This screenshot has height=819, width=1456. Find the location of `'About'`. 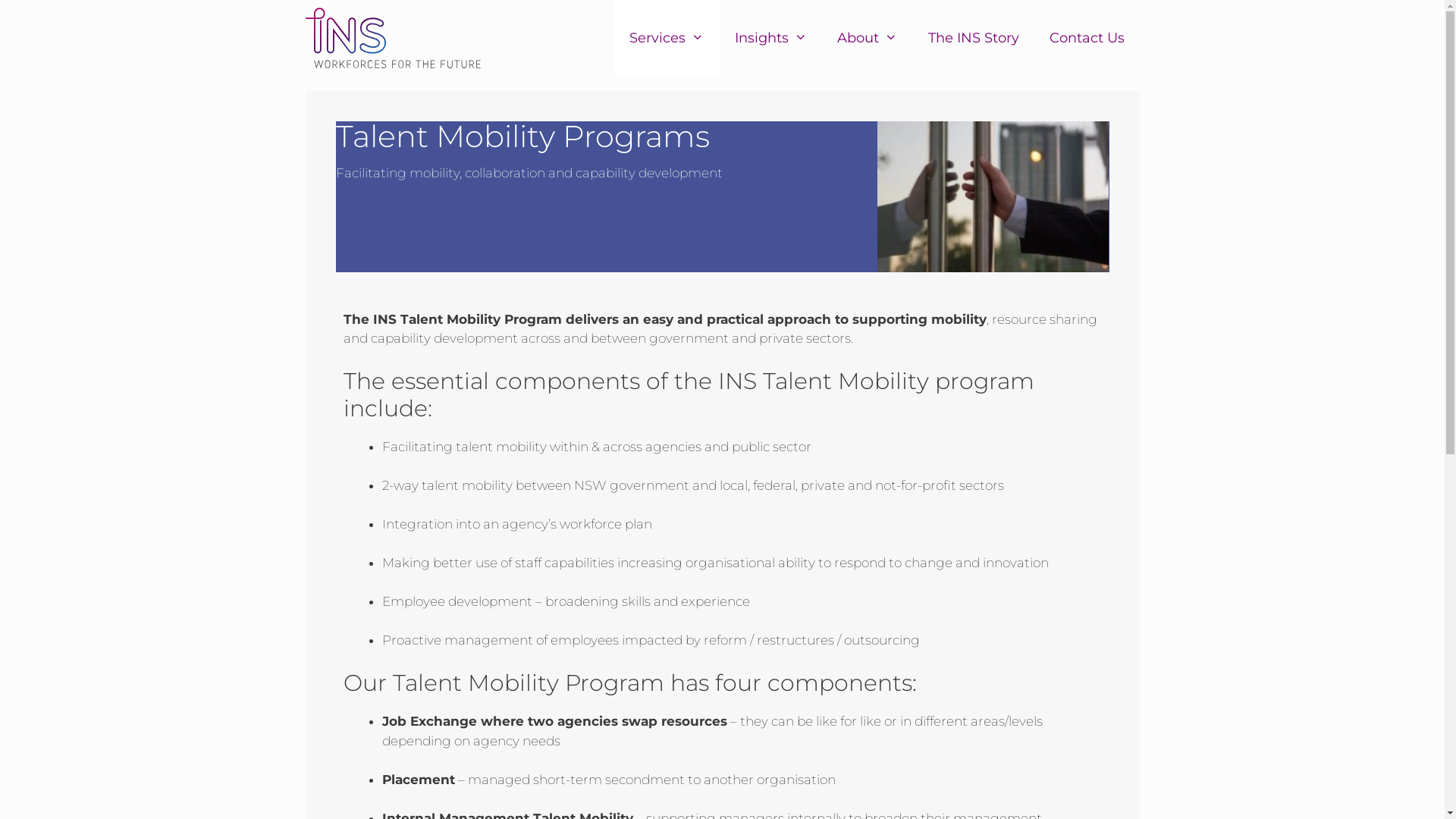

'About' is located at coordinates (867, 37).